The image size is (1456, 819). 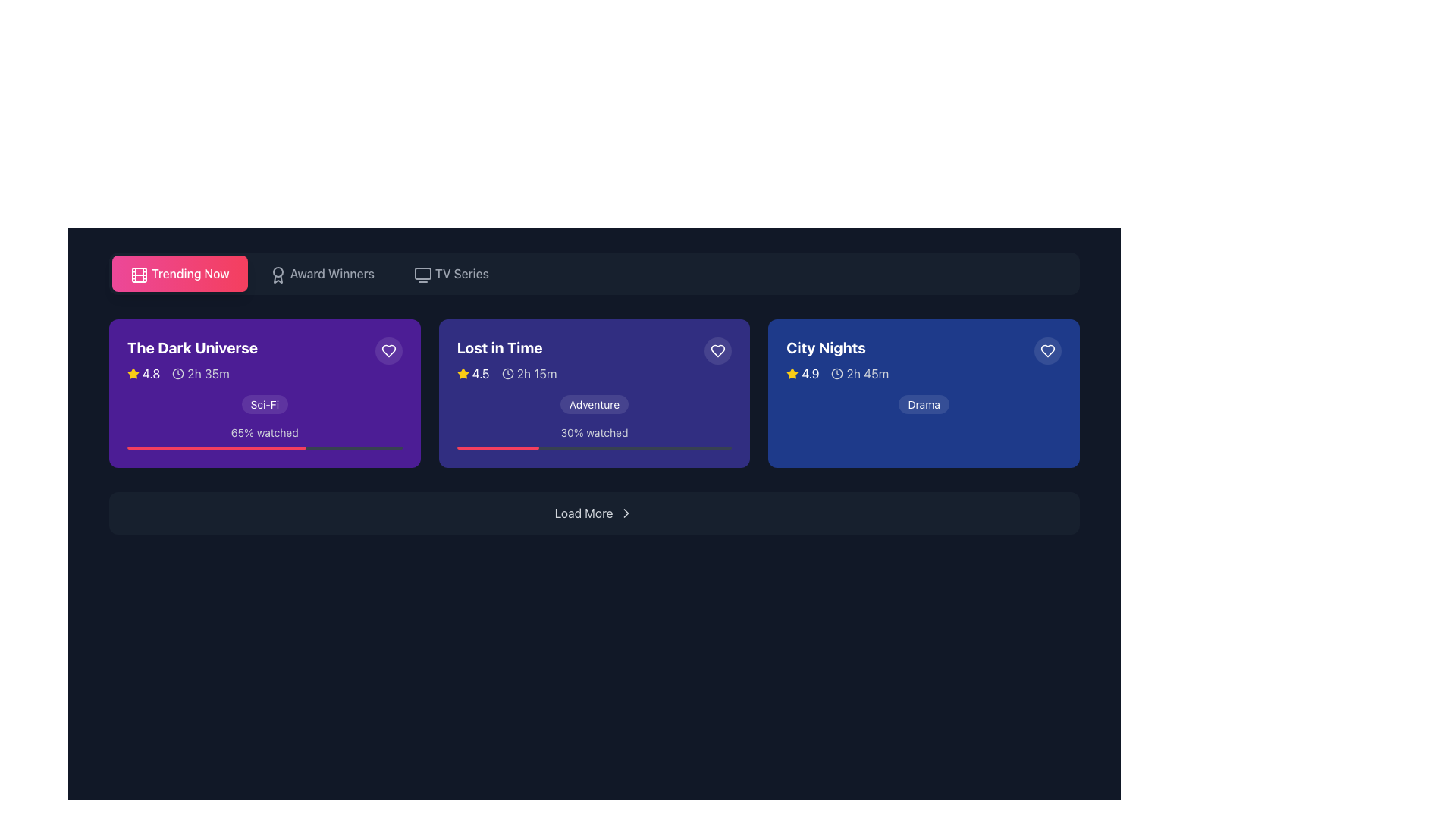 I want to click on the 'Award-Winning' menu item in the navigation bar, so click(x=331, y=274).